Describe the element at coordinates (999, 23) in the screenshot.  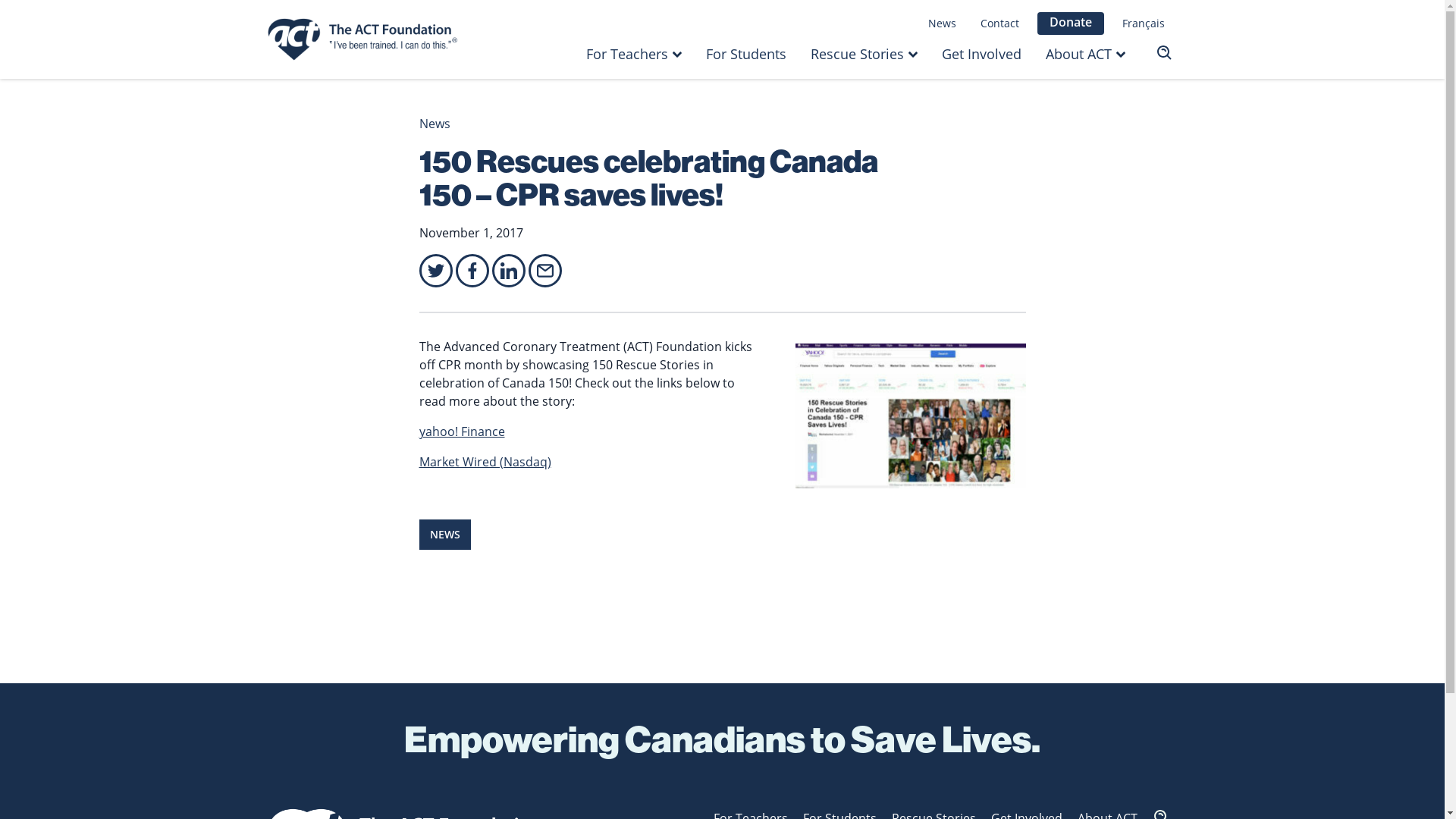
I see `'Contact'` at that location.